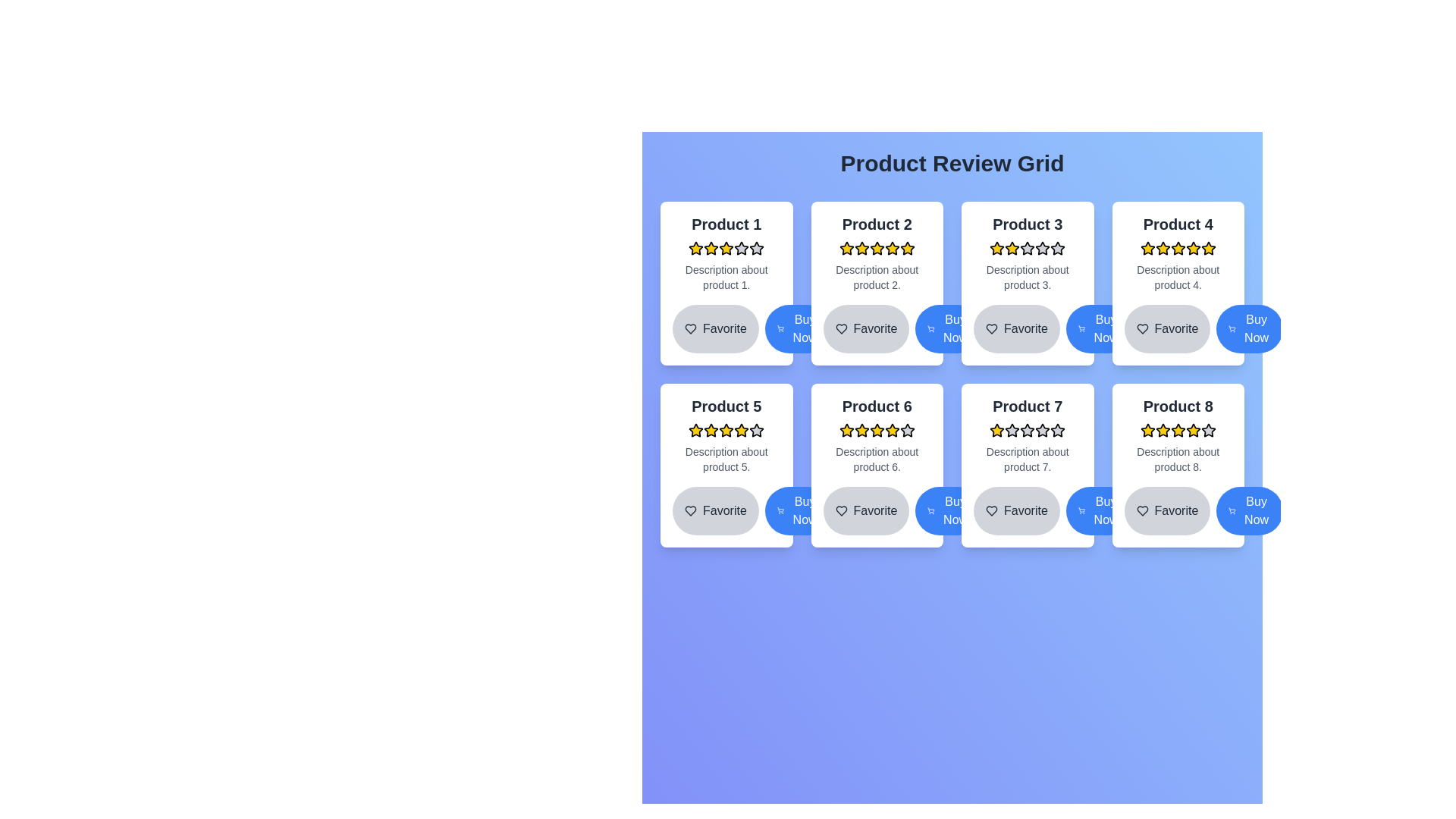 The width and height of the screenshot is (1456, 819). I want to click on the cart icon located inside the 'Buy Now' button, so click(1081, 328).